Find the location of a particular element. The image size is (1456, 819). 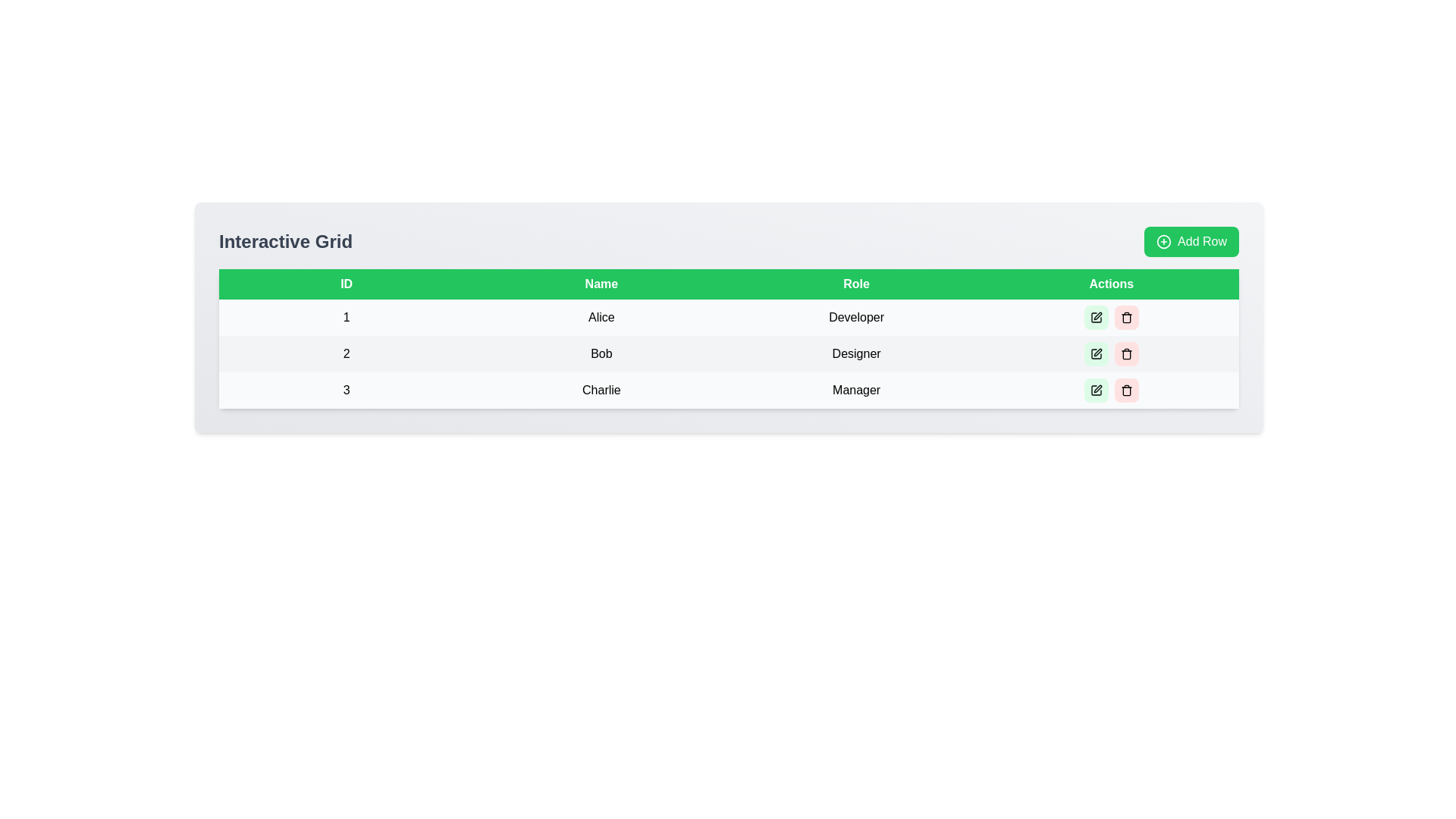

the edit button located in the first row of the 'Actions' column is located at coordinates (1096, 317).